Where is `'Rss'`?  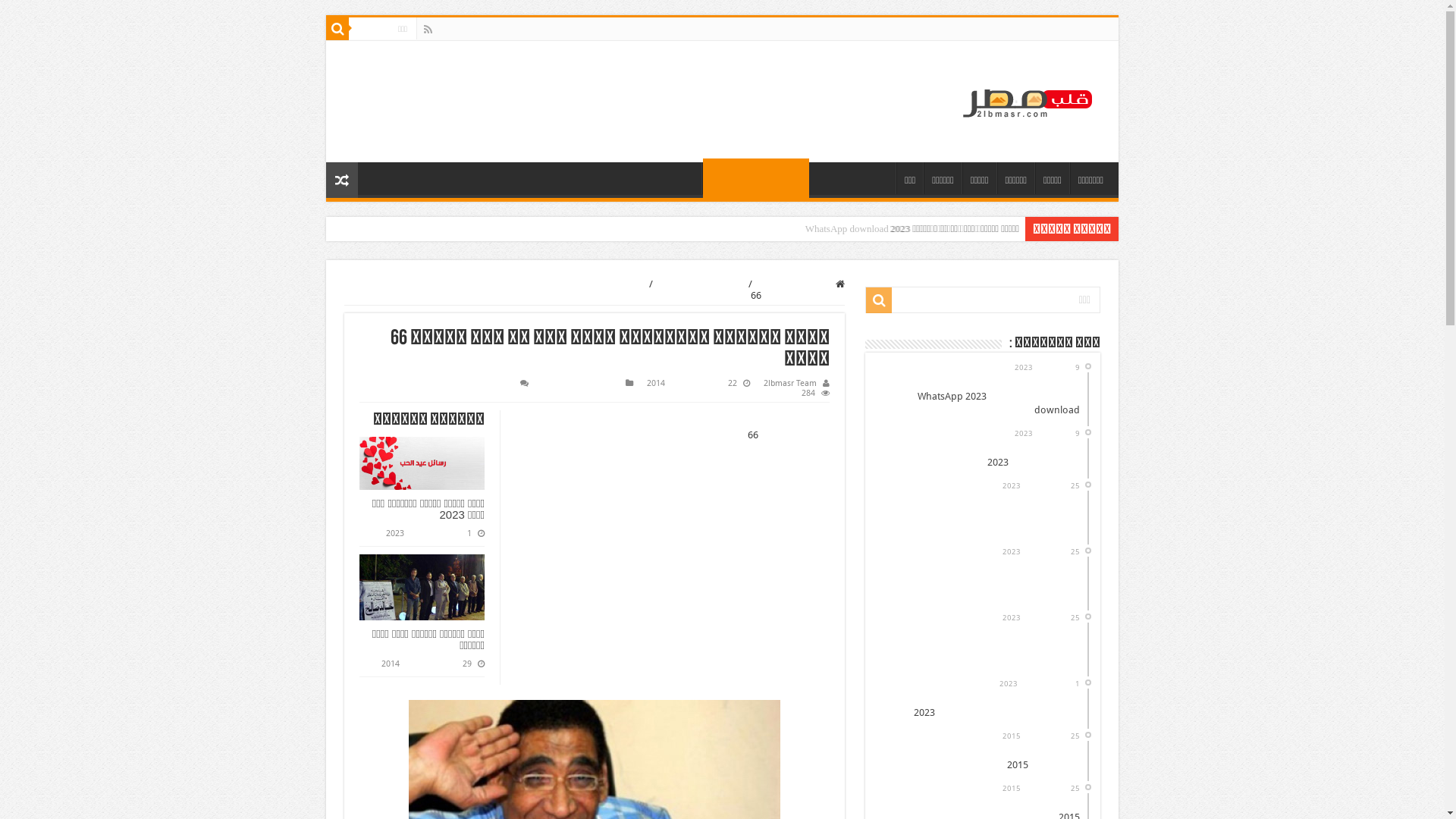
'Rss' is located at coordinates (422, 29).